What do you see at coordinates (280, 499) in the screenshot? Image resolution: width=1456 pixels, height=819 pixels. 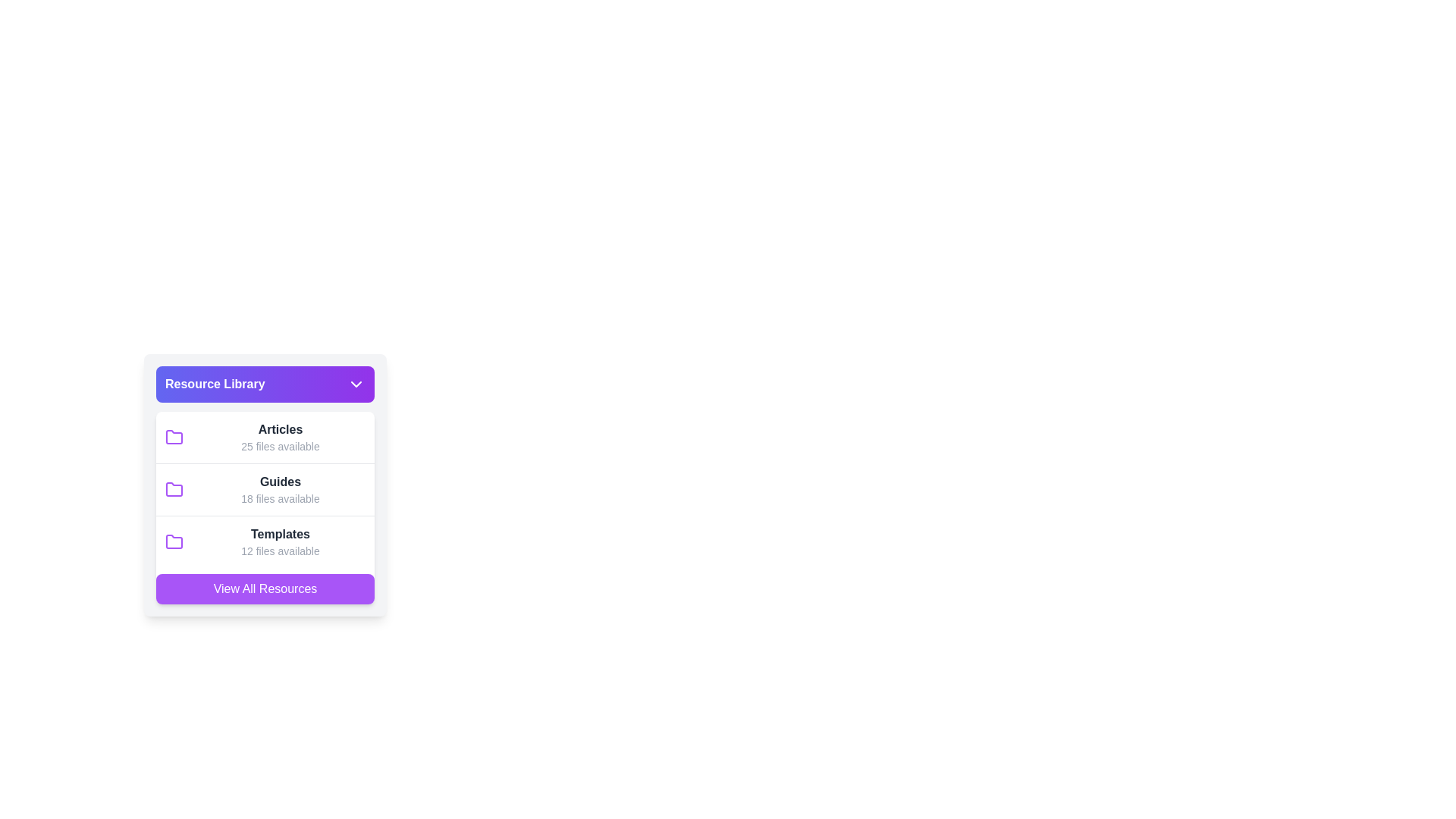 I see `the static informational text displaying '18 files available', which is styled in light gray and positioned below the 'Guides' label in the 'Resource Library' dropdown` at bounding box center [280, 499].